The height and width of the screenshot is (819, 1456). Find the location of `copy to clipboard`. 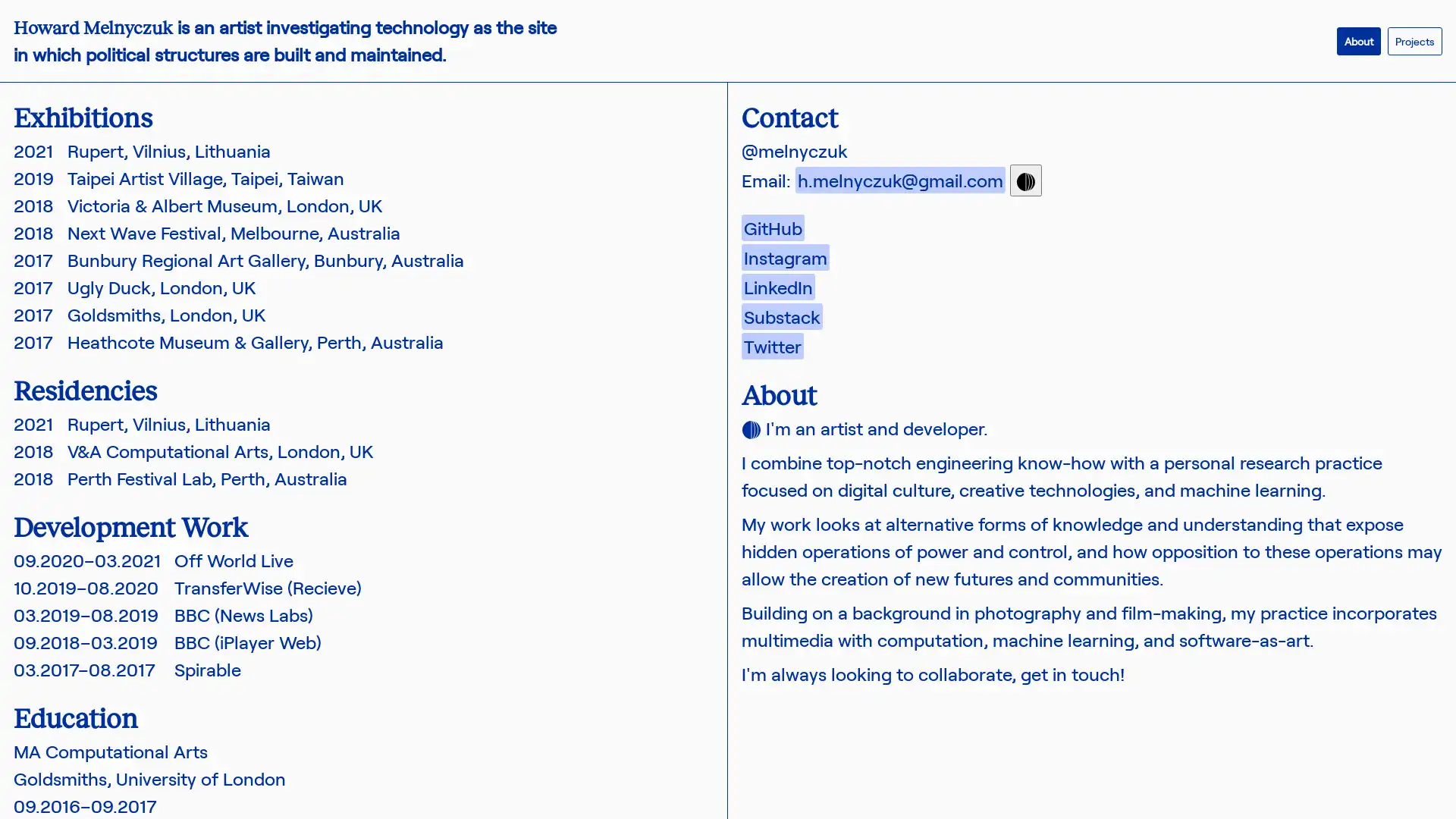

copy to clipboard is located at coordinates (1026, 180).